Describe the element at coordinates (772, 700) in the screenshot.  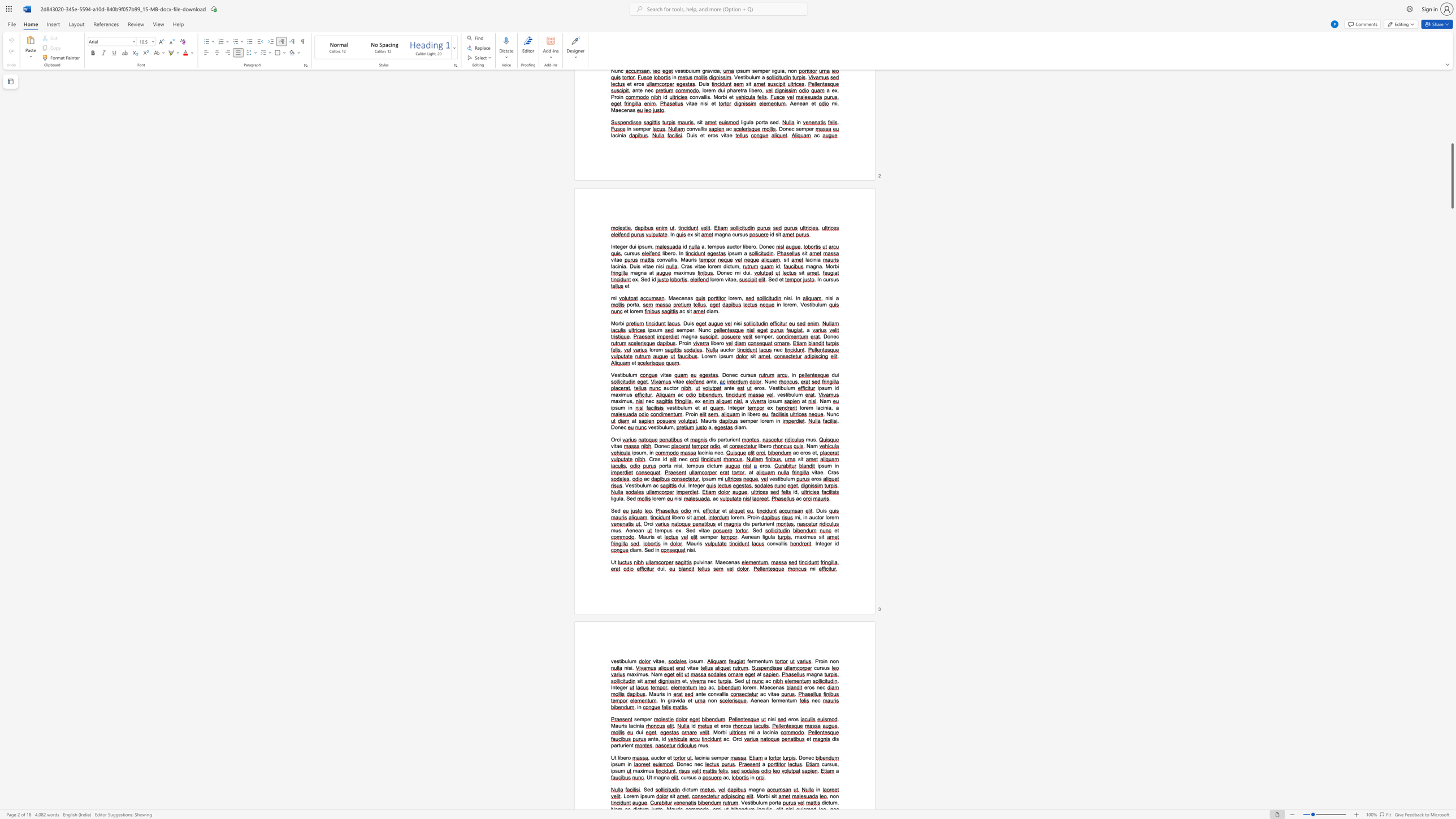
I see `the space between the continuous character "f" and "e" in the text` at that location.